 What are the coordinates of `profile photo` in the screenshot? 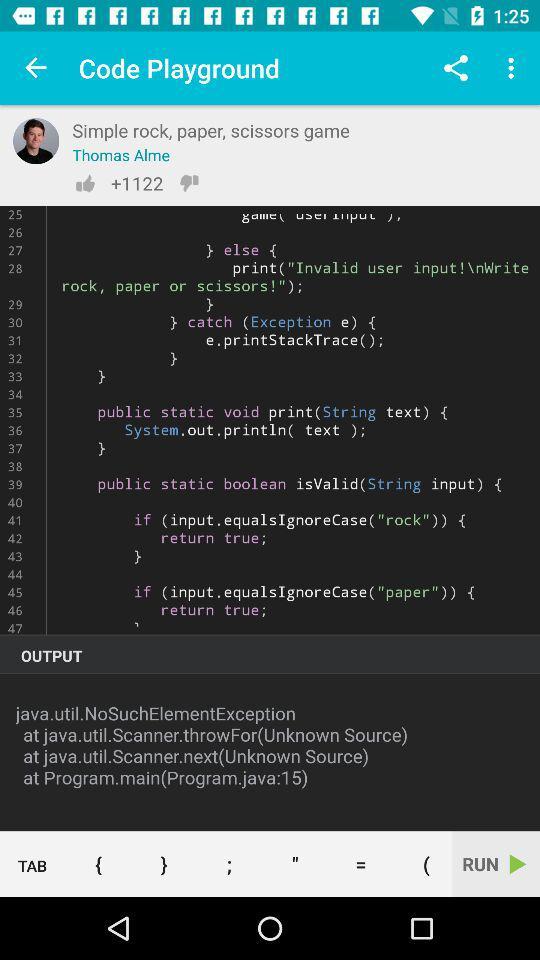 It's located at (36, 140).